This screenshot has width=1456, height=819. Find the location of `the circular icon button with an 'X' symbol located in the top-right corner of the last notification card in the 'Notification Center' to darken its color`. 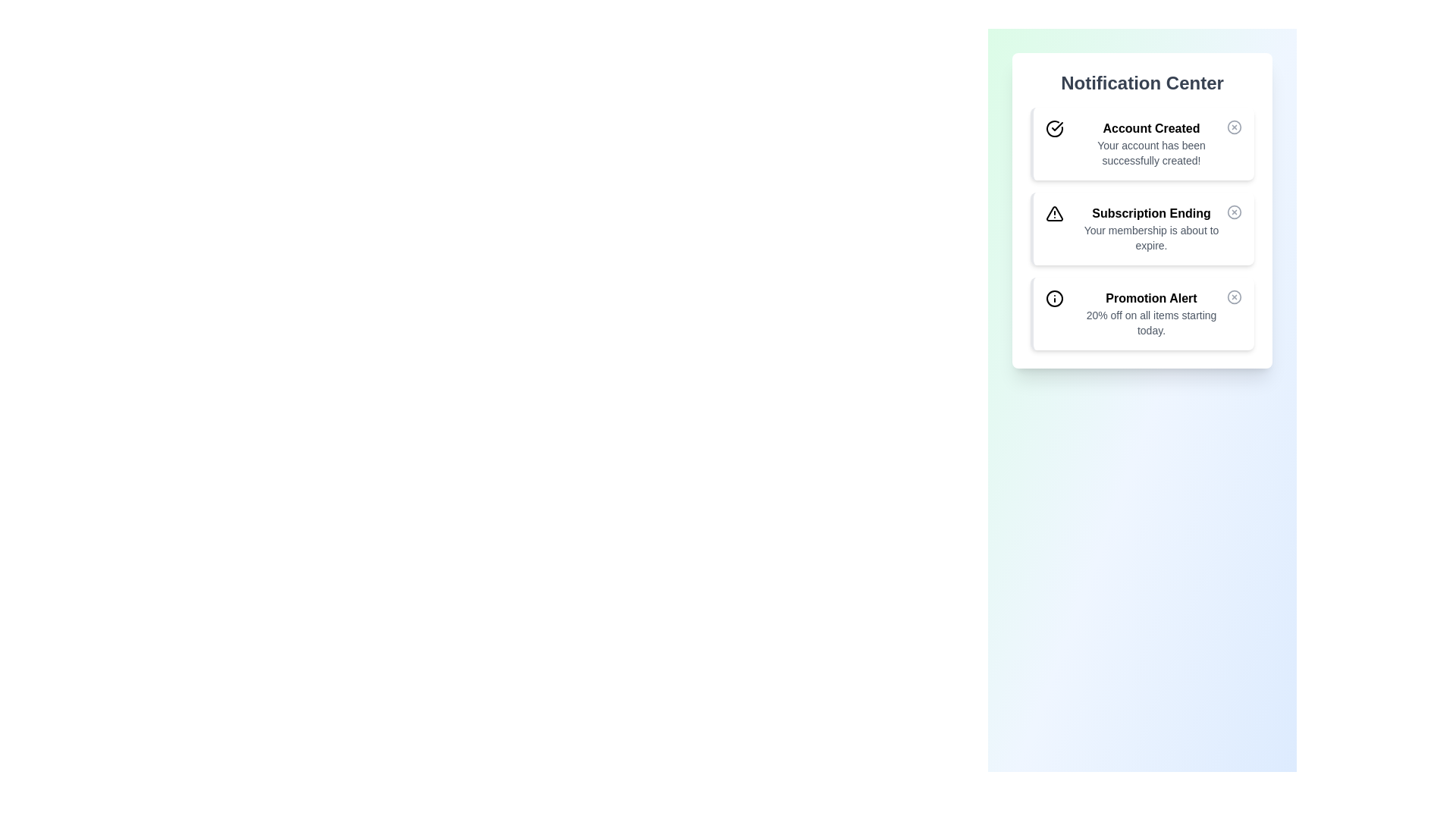

the circular icon button with an 'X' symbol located in the top-right corner of the last notification card in the 'Notification Center' to darken its color is located at coordinates (1234, 297).